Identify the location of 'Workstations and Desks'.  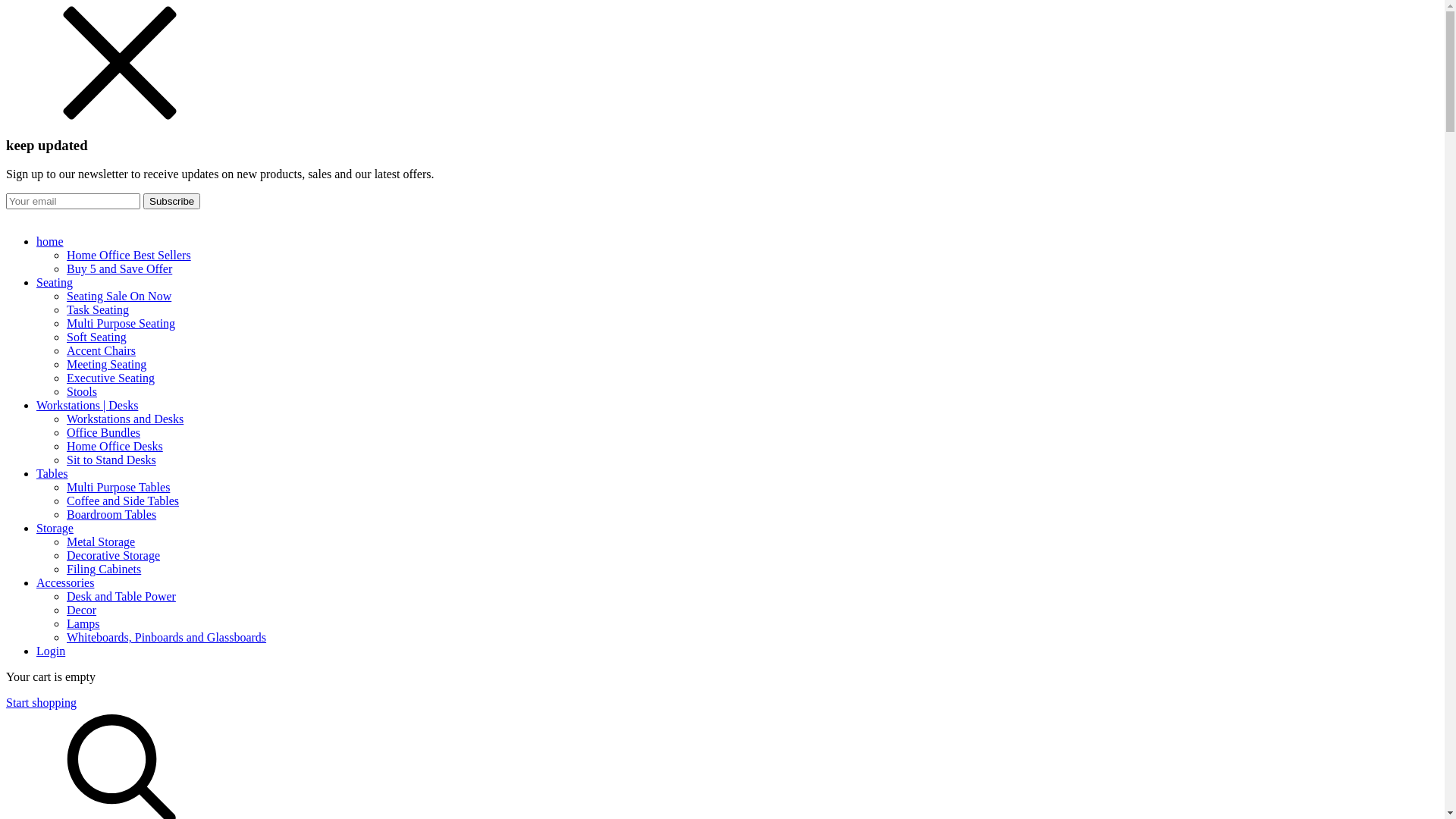
(65, 419).